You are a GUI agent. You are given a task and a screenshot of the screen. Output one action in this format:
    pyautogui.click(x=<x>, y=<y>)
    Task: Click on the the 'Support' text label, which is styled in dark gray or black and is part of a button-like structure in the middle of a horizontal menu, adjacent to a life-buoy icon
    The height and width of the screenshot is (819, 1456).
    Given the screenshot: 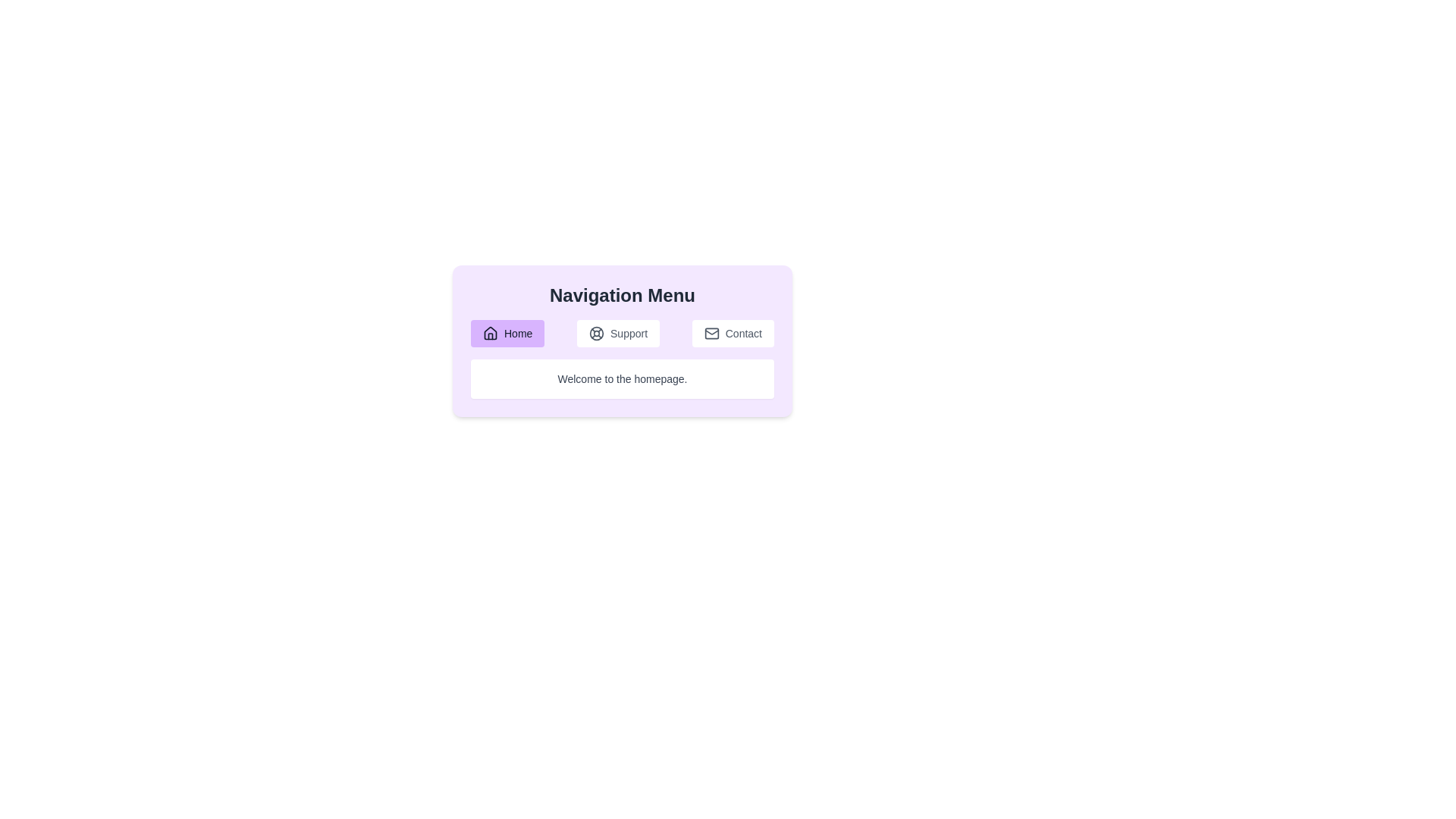 What is the action you would take?
    pyautogui.click(x=629, y=332)
    